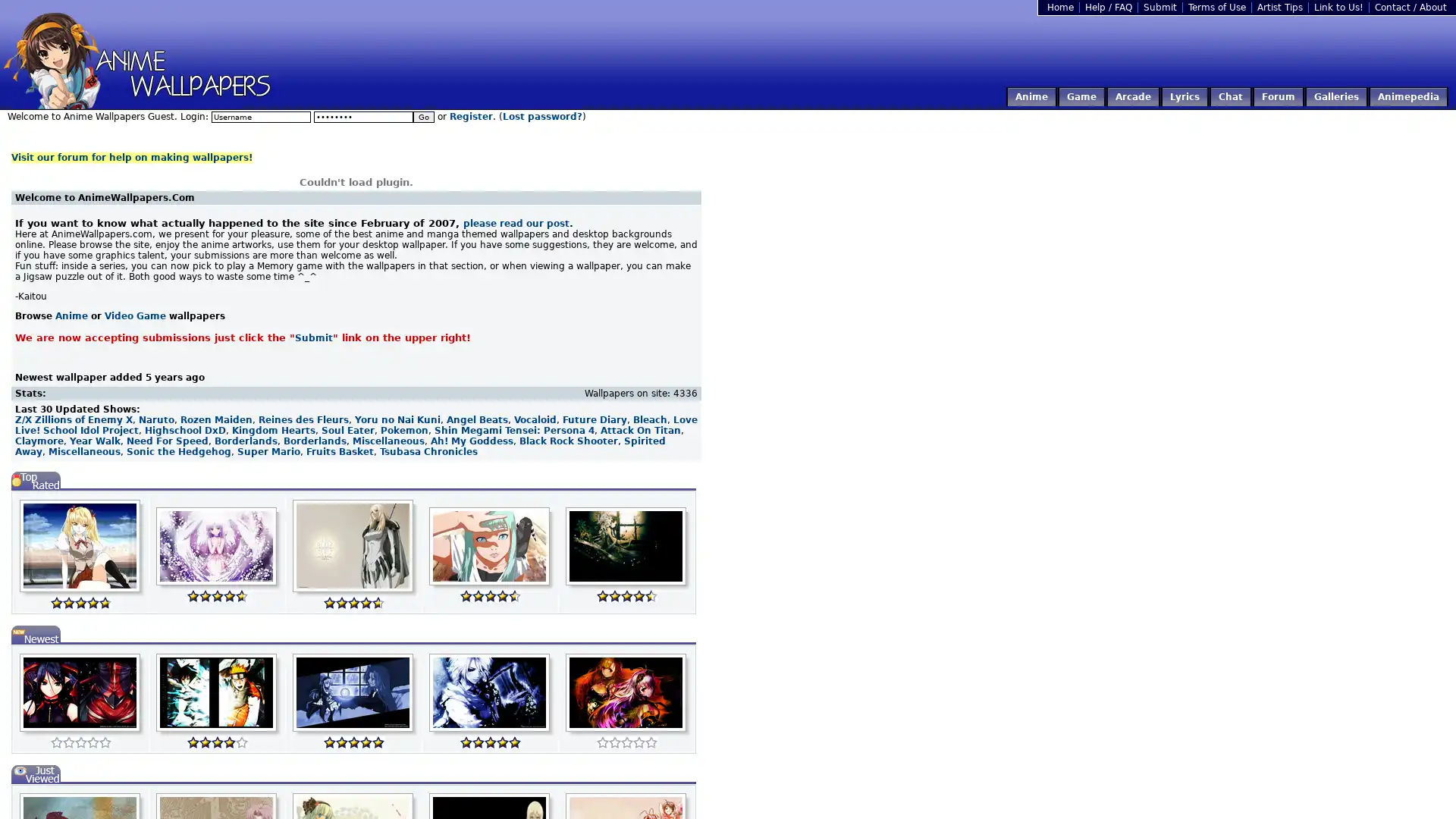 The height and width of the screenshot is (819, 1456). I want to click on Go, so click(423, 116).